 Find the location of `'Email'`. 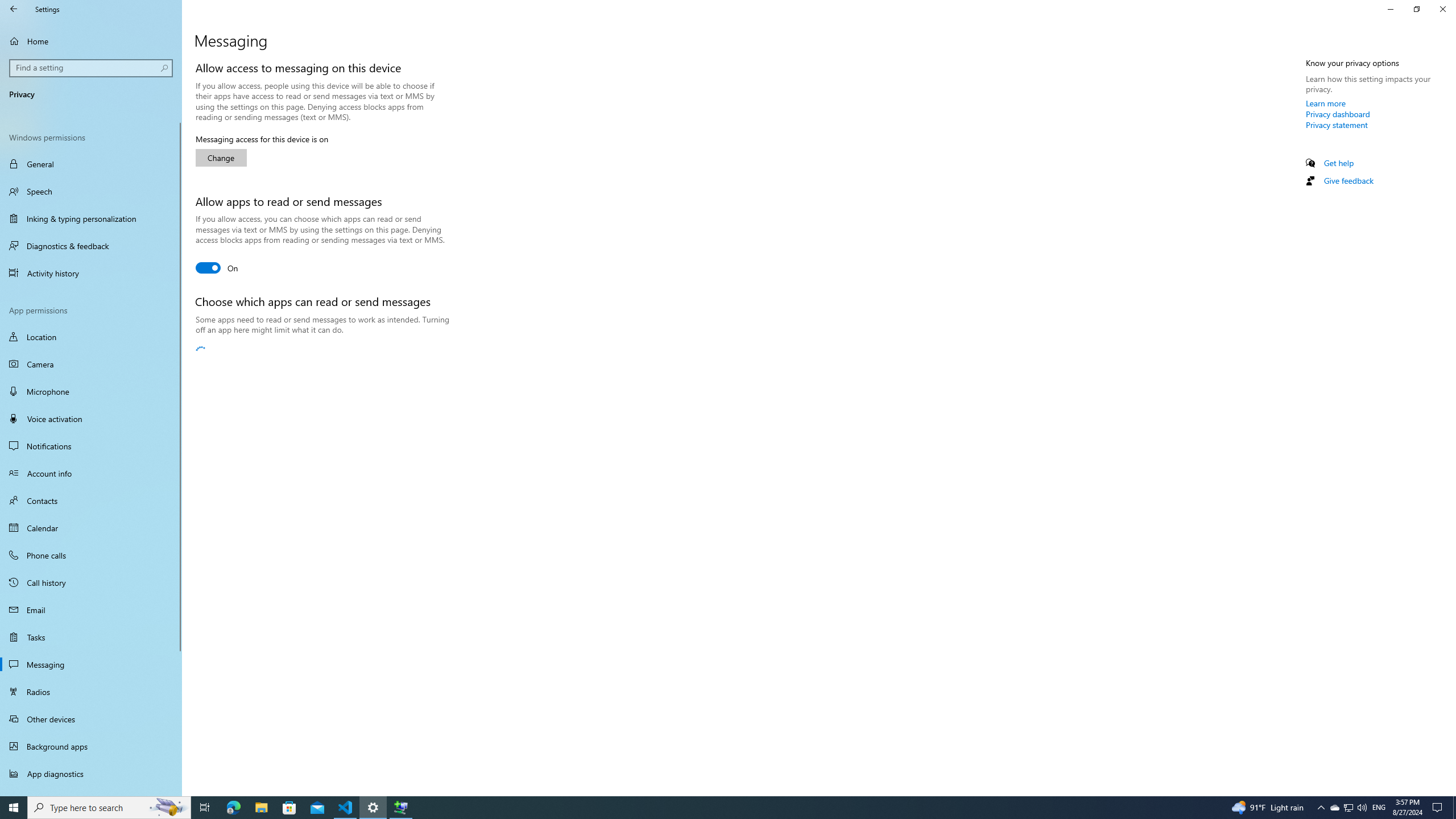

'Email' is located at coordinates (90, 610).